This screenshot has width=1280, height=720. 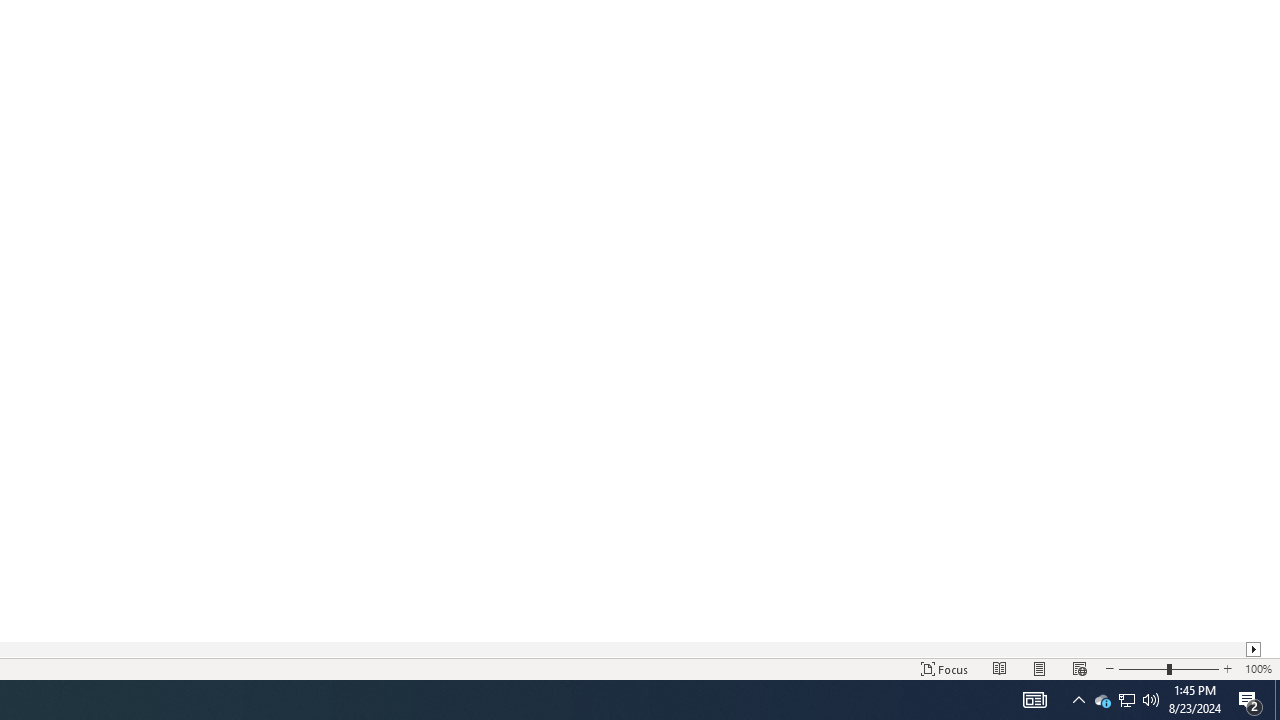 What do you see at coordinates (1000, 669) in the screenshot?
I see `'Read Mode'` at bounding box center [1000, 669].